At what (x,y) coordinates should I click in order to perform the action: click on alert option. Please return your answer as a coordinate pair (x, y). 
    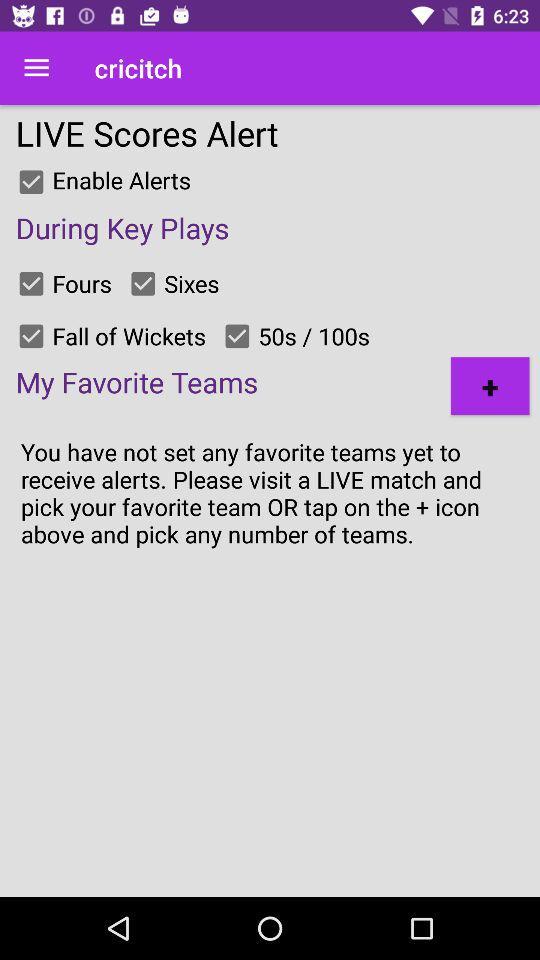
    Looking at the image, I should click on (30, 282).